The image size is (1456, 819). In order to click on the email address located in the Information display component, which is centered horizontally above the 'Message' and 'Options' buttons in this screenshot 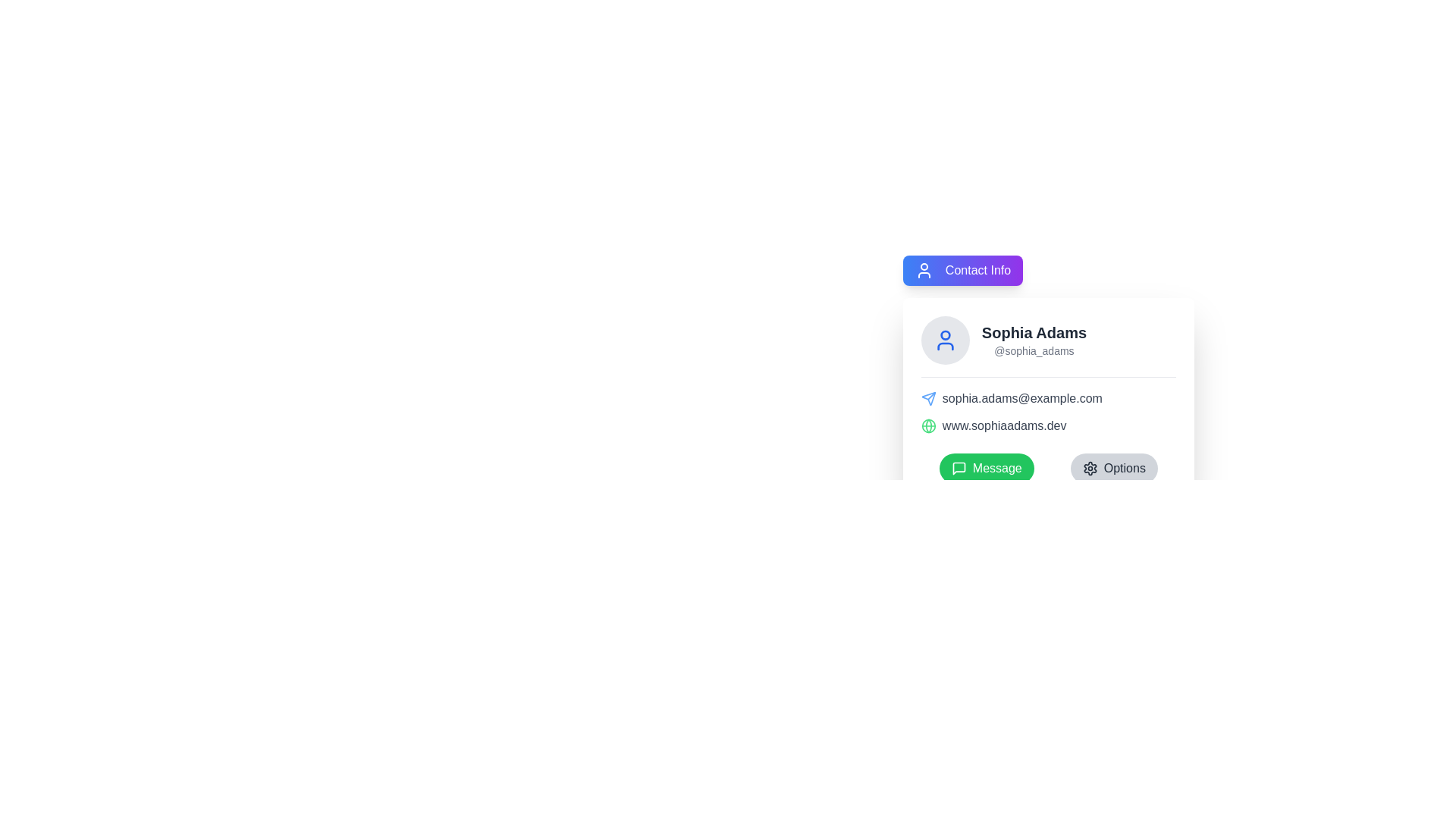, I will do `click(1047, 412)`.